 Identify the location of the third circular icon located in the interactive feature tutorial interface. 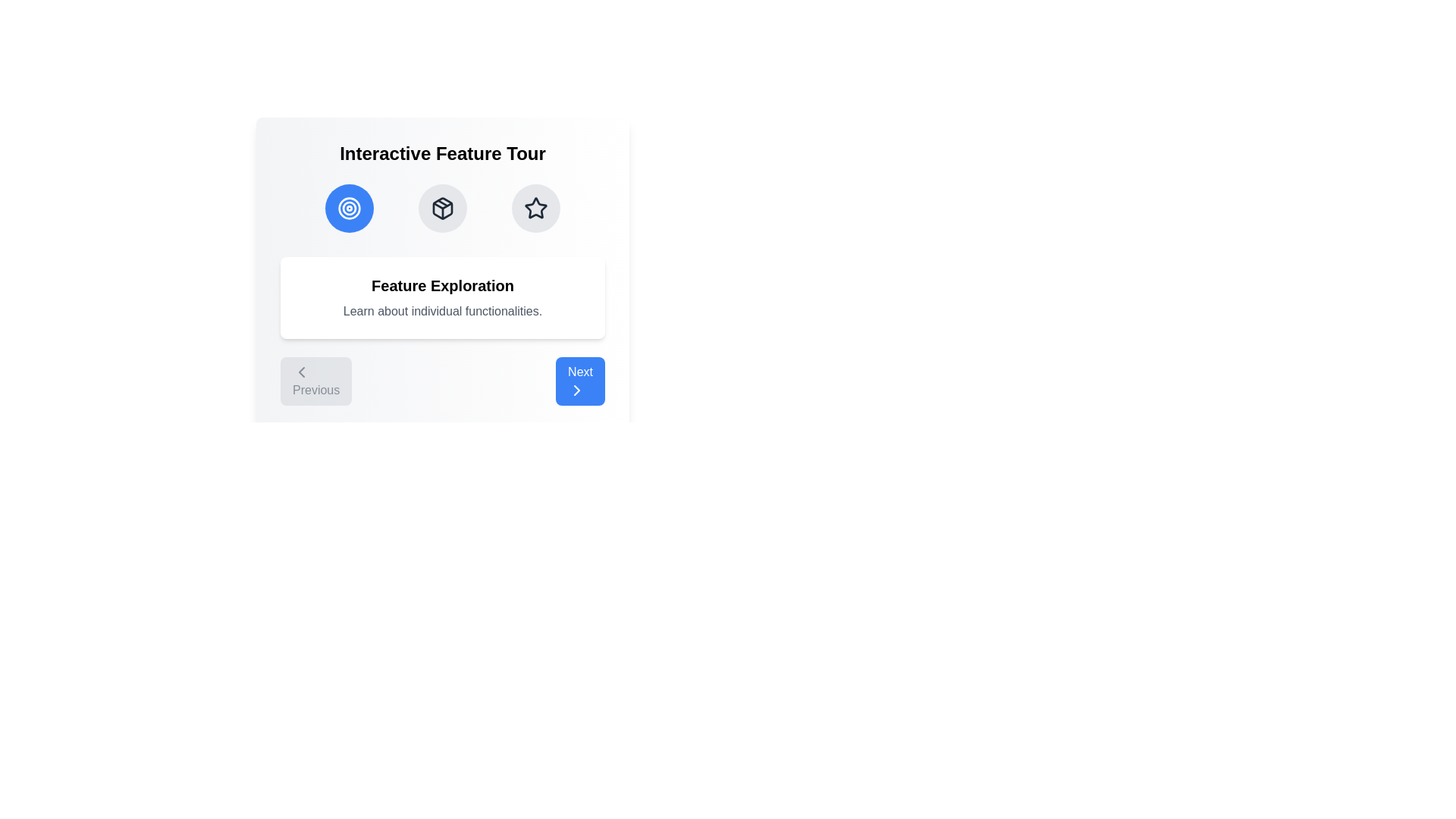
(535, 207).